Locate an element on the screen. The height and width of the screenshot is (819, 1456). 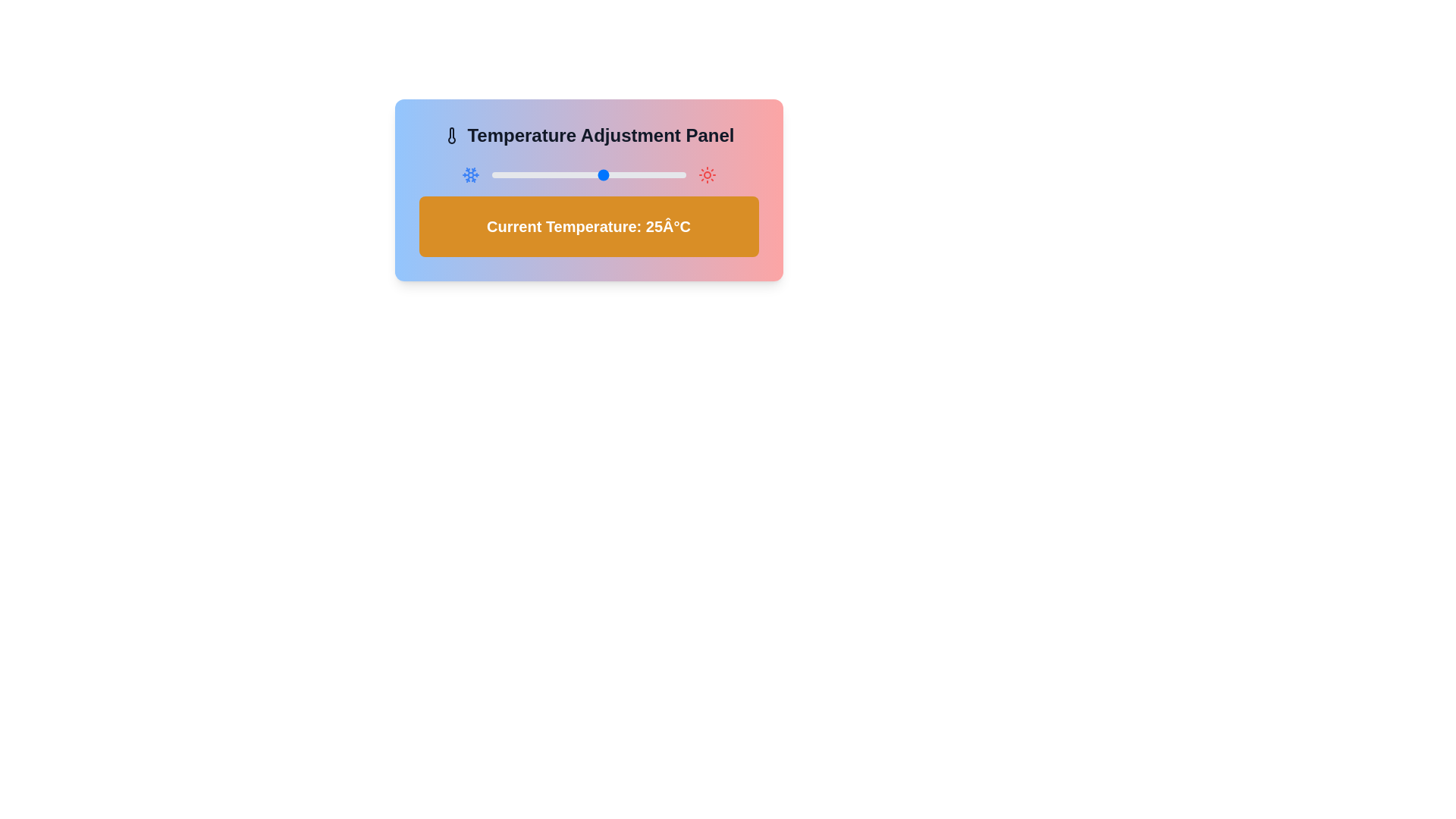
the temperature to 27°C using the slider is located at coordinates (611, 174).